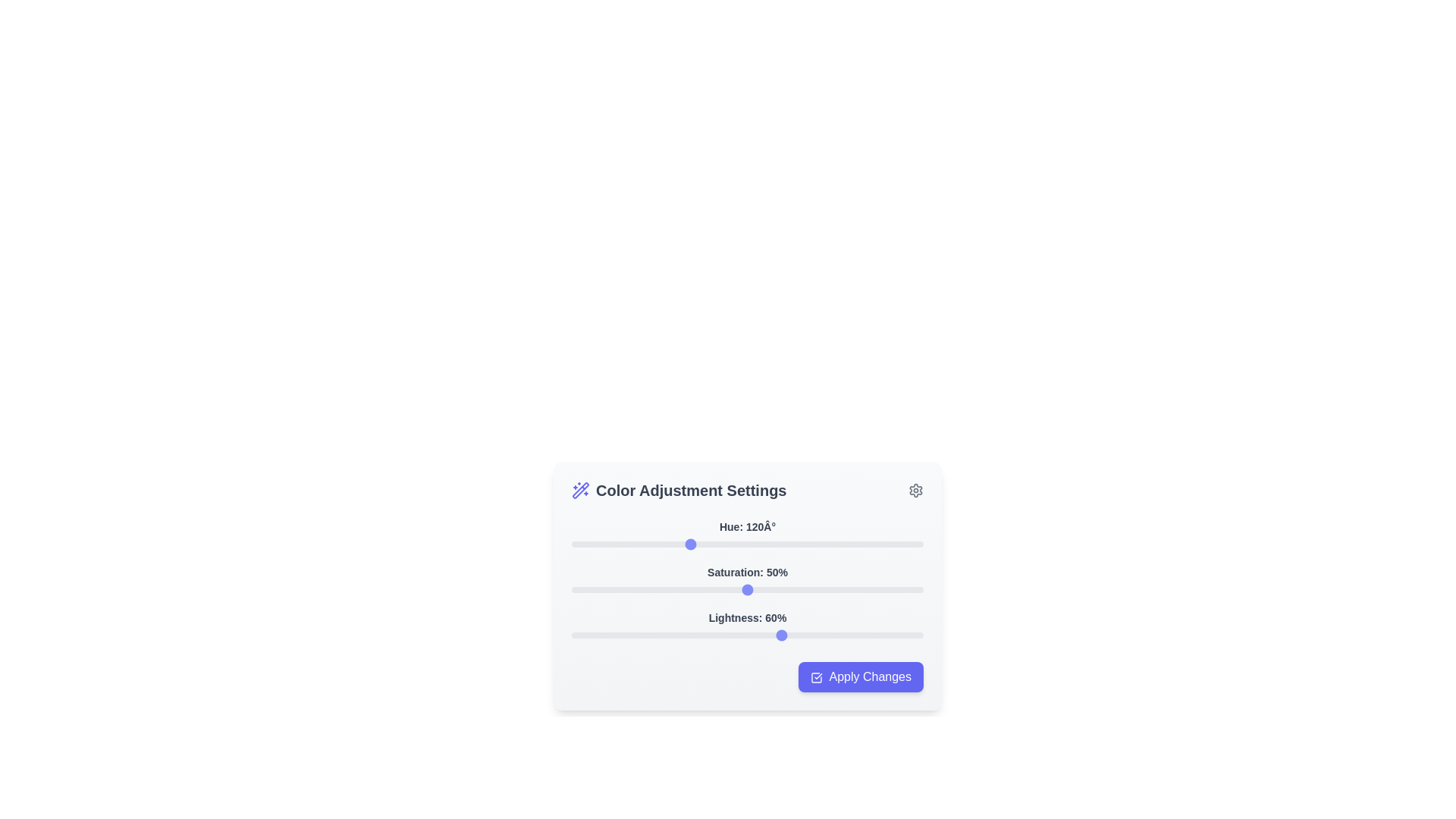 This screenshot has height=819, width=1456. I want to click on the thumb of the first slider labeled 'Hue: 120°' under the 'Color Adjustment Settings' section, so click(747, 535).